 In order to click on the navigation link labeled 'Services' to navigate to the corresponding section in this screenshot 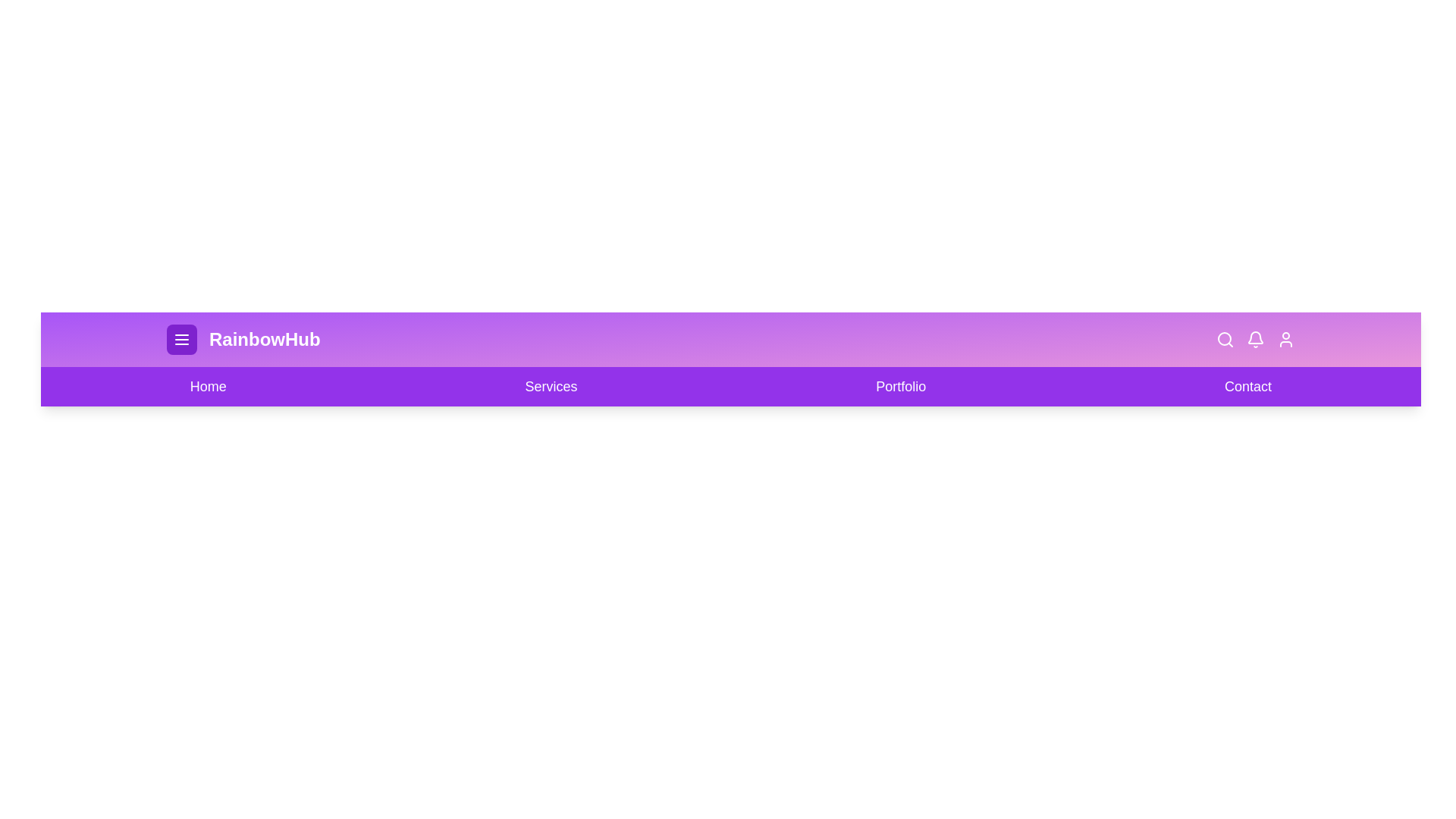, I will do `click(550, 385)`.